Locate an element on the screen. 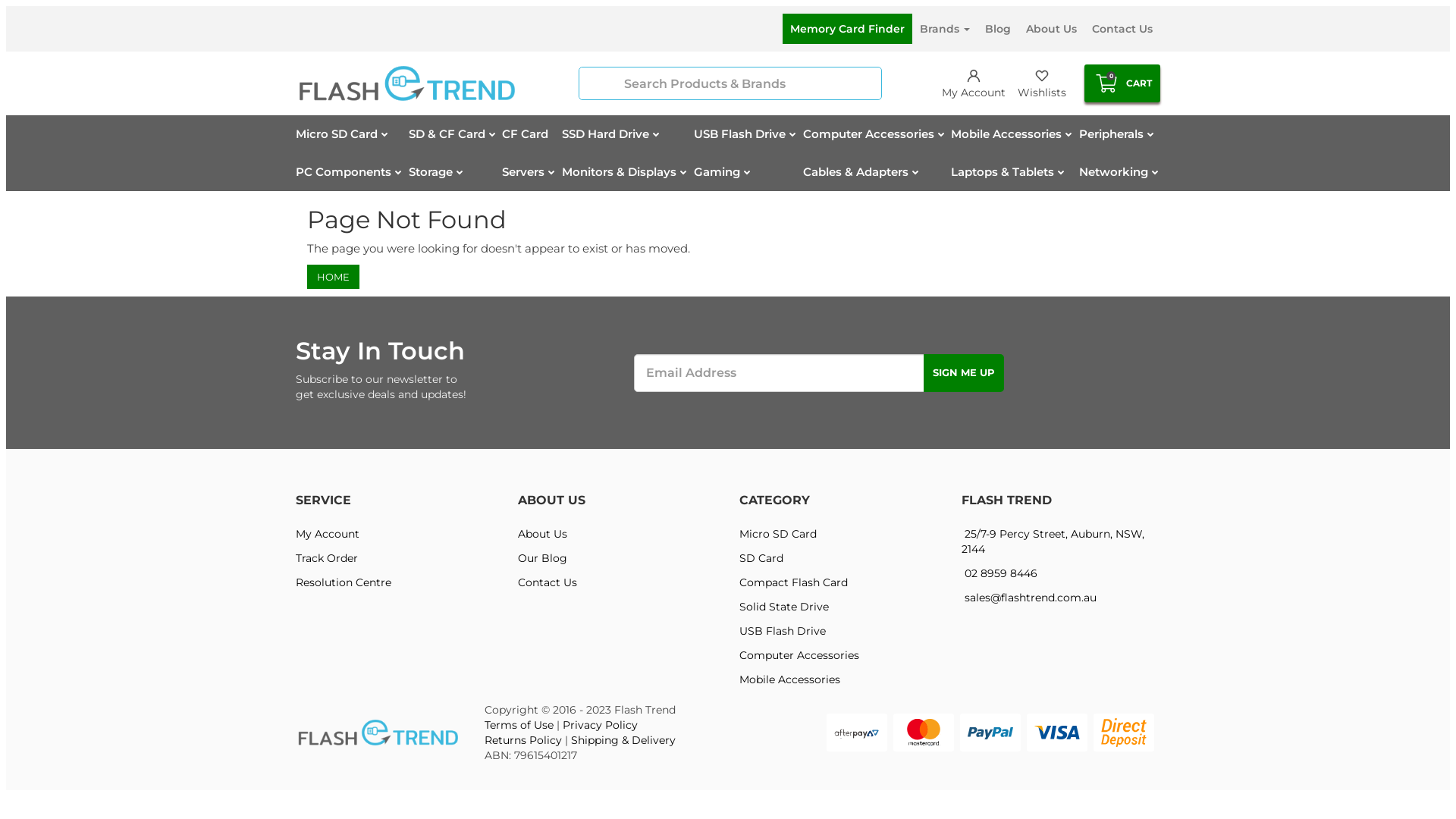 The image size is (1456, 819). 'Storage' is located at coordinates (436, 171).